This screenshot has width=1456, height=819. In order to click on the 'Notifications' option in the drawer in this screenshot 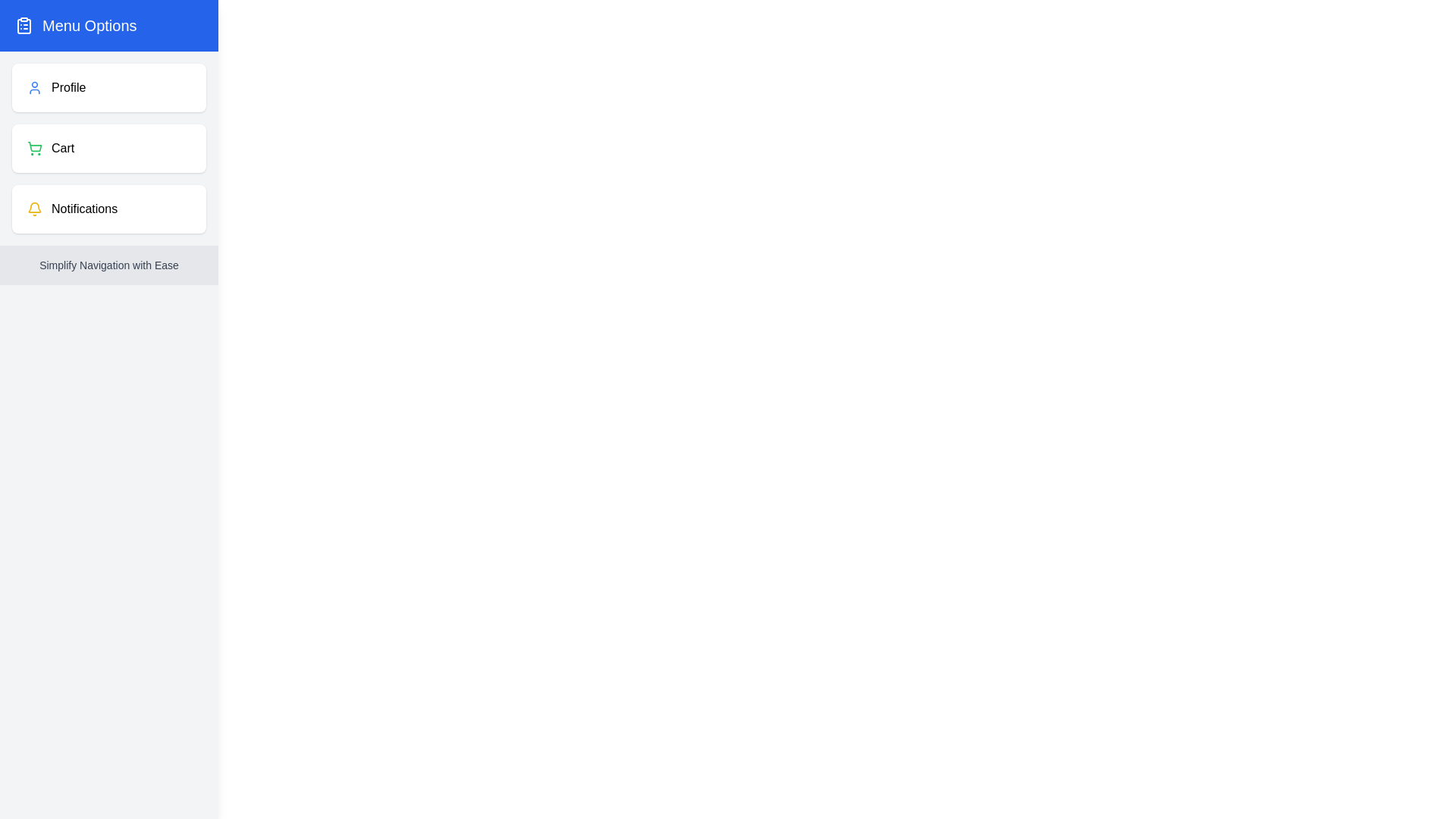, I will do `click(108, 209)`.